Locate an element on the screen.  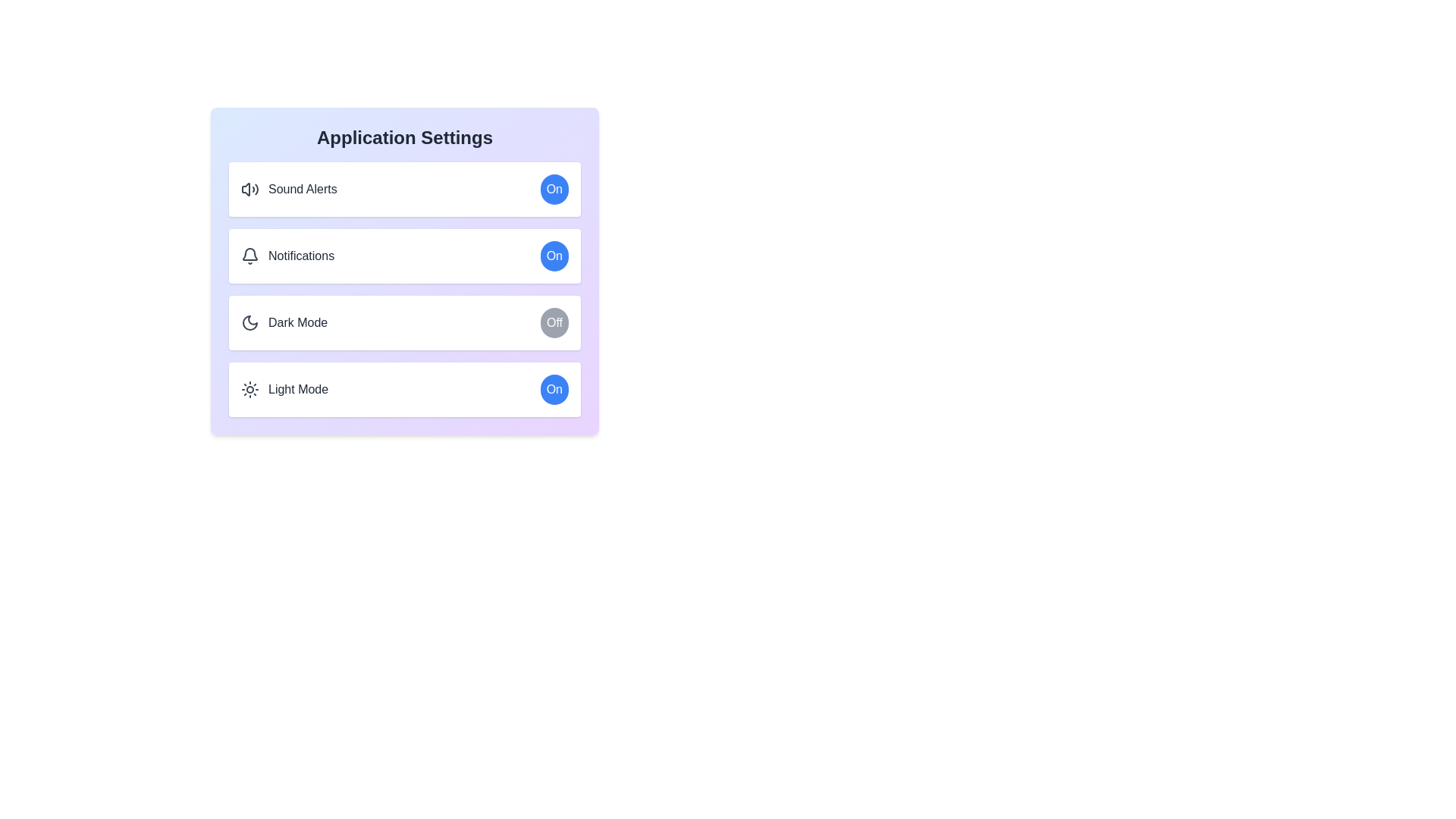
Static Text Label indicating the functionality for toggling light mode in the application settings, located near a sun icon in the fourth position of the settings options is located at coordinates (298, 388).